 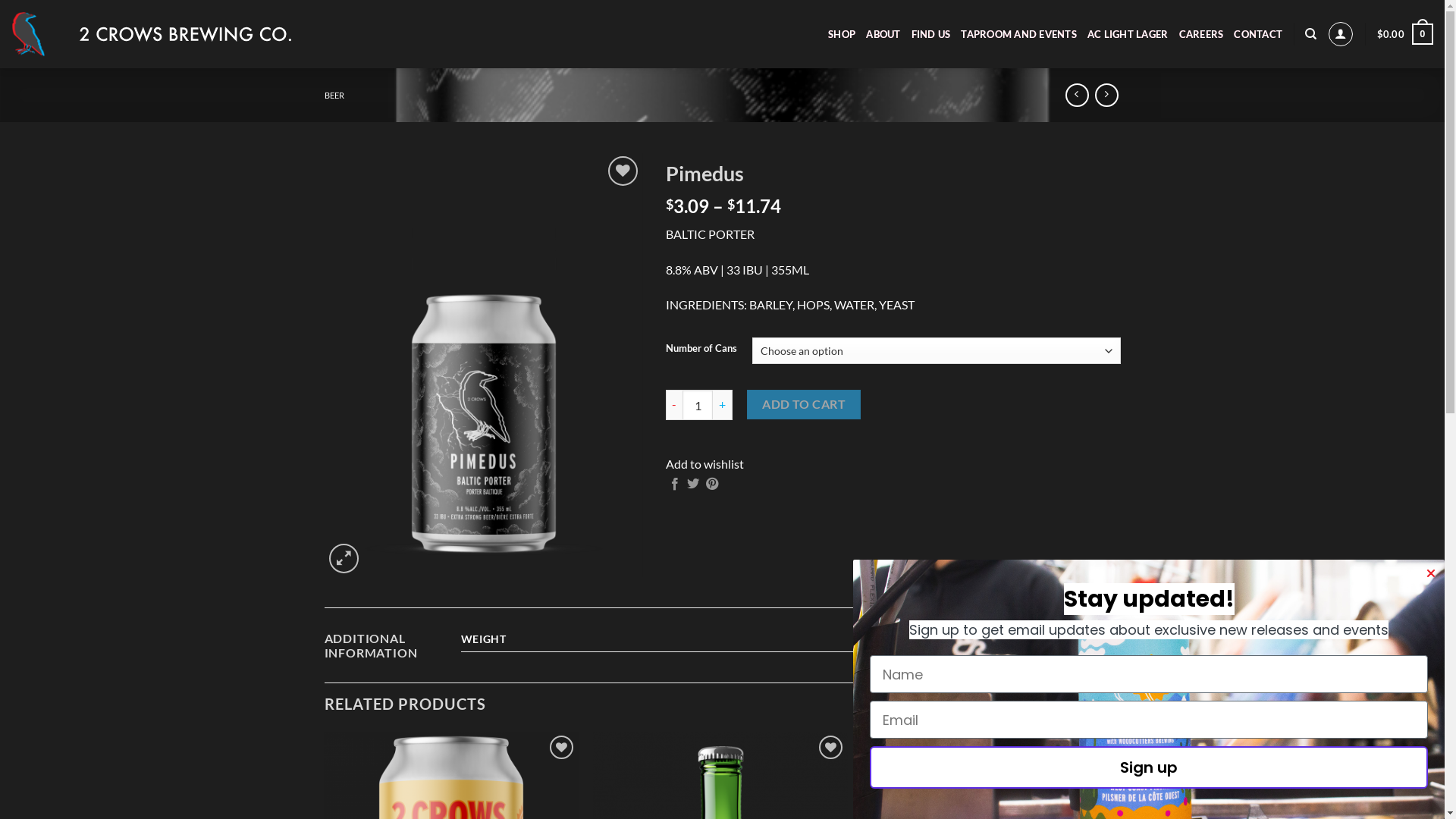 What do you see at coordinates (1018, 34) in the screenshot?
I see `'TAPROOM AND EVENTS'` at bounding box center [1018, 34].